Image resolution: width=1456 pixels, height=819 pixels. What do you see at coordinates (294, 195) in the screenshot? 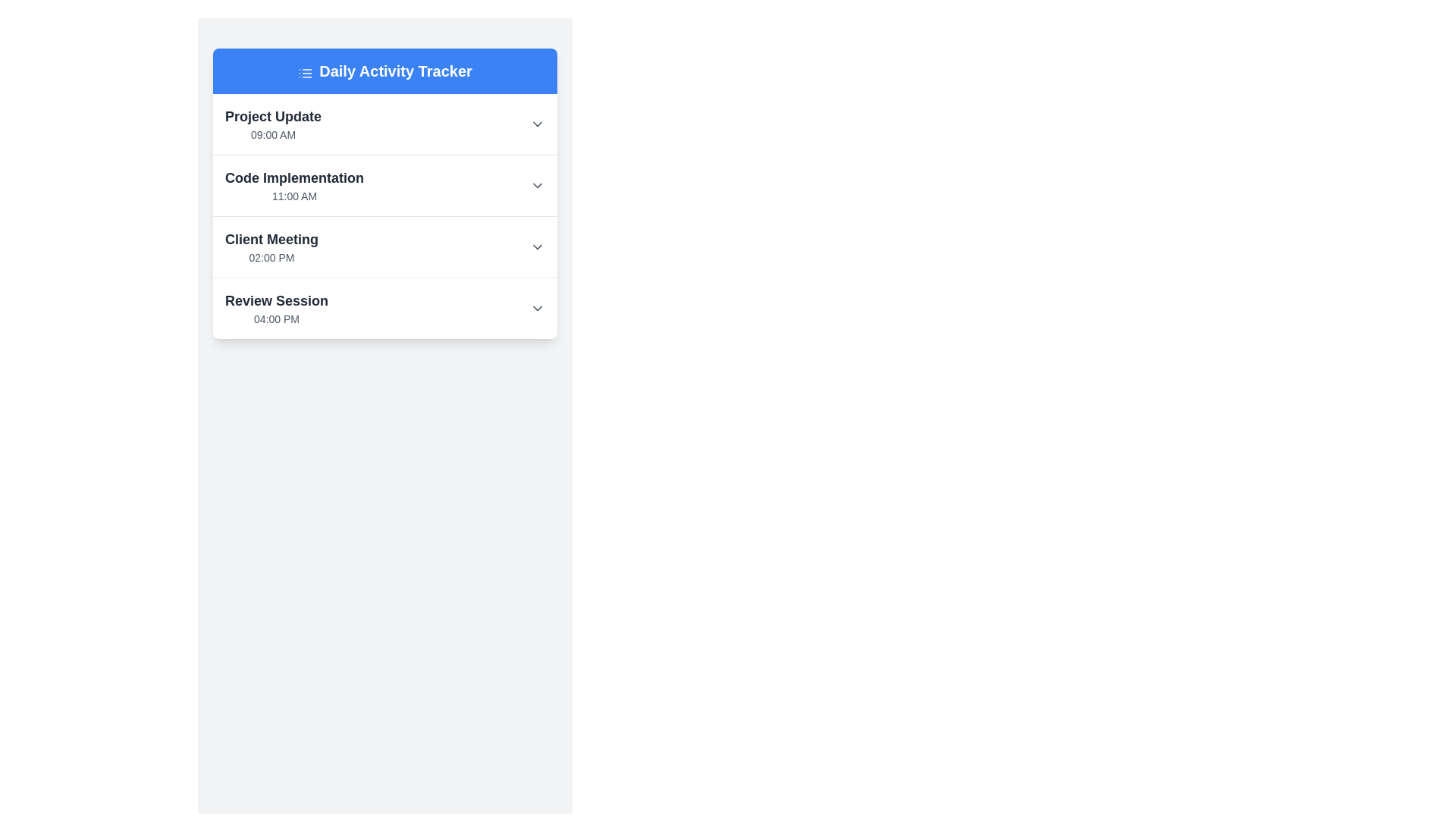
I see `the text label displaying '11:00 AM' which is a small, gray-colored text located below the 'Code Implementation' text in the task list` at bounding box center [294, 195].